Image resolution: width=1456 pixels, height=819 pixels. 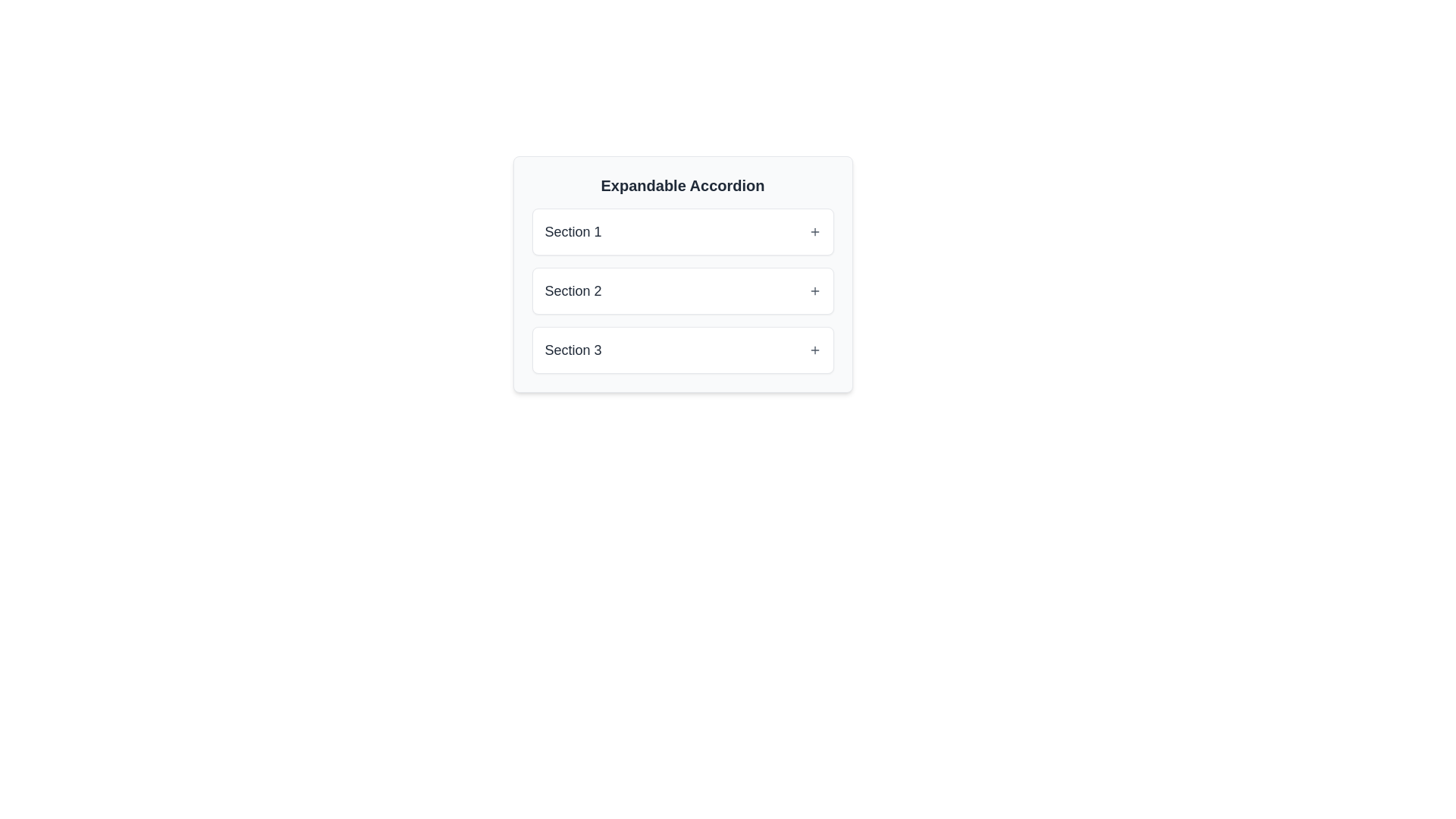 What do you see at coordinates (814, 350) in the screenshot?
I see `the expand/collapse button located to the right of the 'Section 3' label in the third row of the accordion layout` at bounding box center [814, 350].